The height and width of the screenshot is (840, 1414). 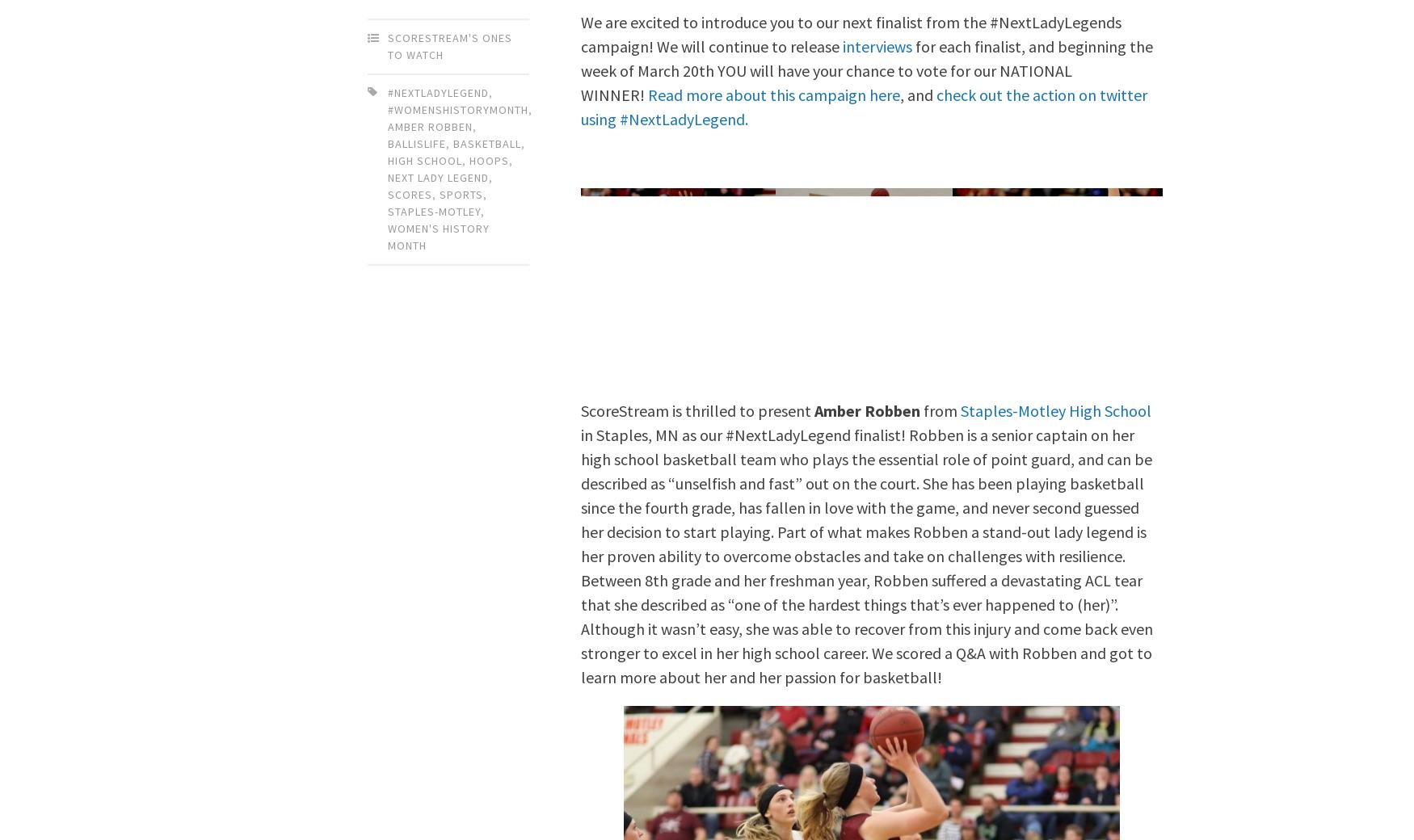 What do you see at coordinates (388, 194) in the screenshot?
I see `'scores'` at bounding box center [388, 194].